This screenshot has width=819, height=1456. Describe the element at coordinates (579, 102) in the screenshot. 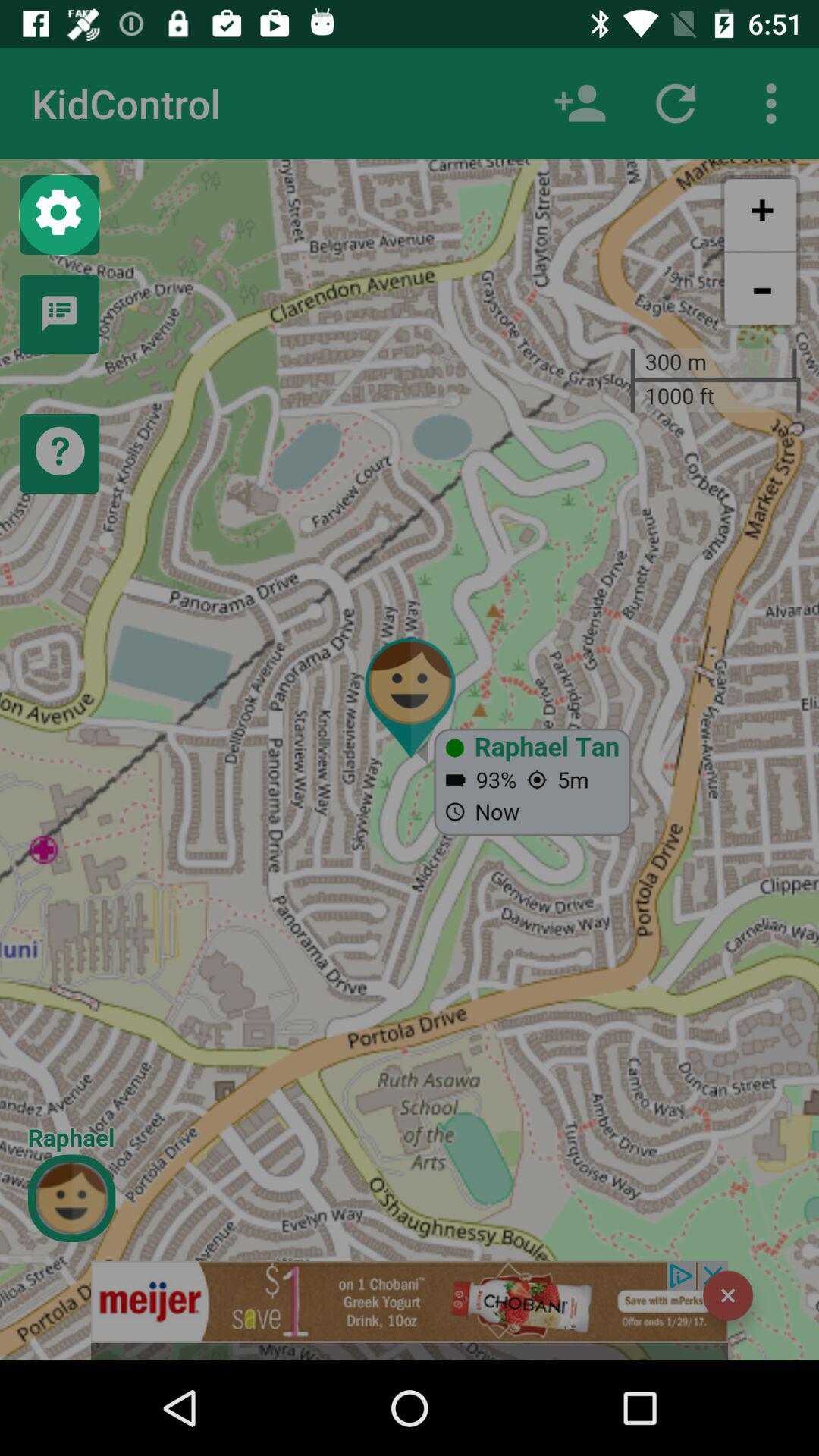

I see `this icon is used to find persons` at that location.